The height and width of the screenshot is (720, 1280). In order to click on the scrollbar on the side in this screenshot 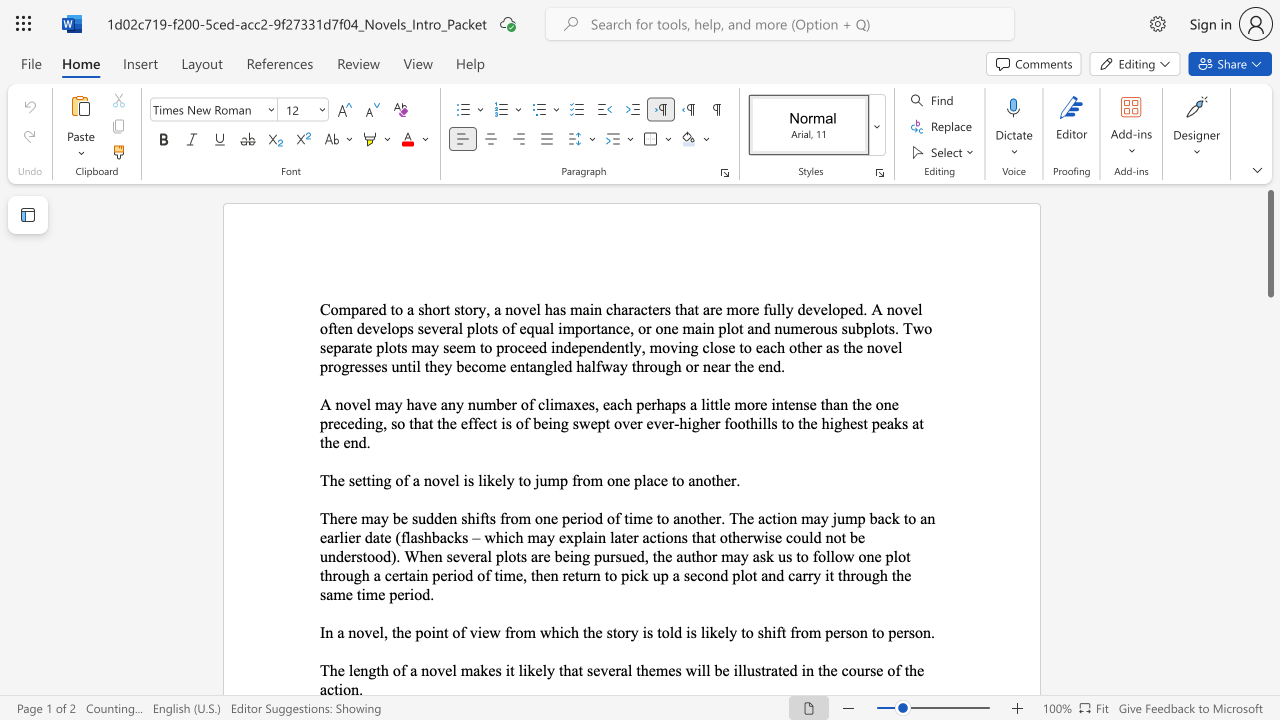, I will do `click(1269, 438)`.